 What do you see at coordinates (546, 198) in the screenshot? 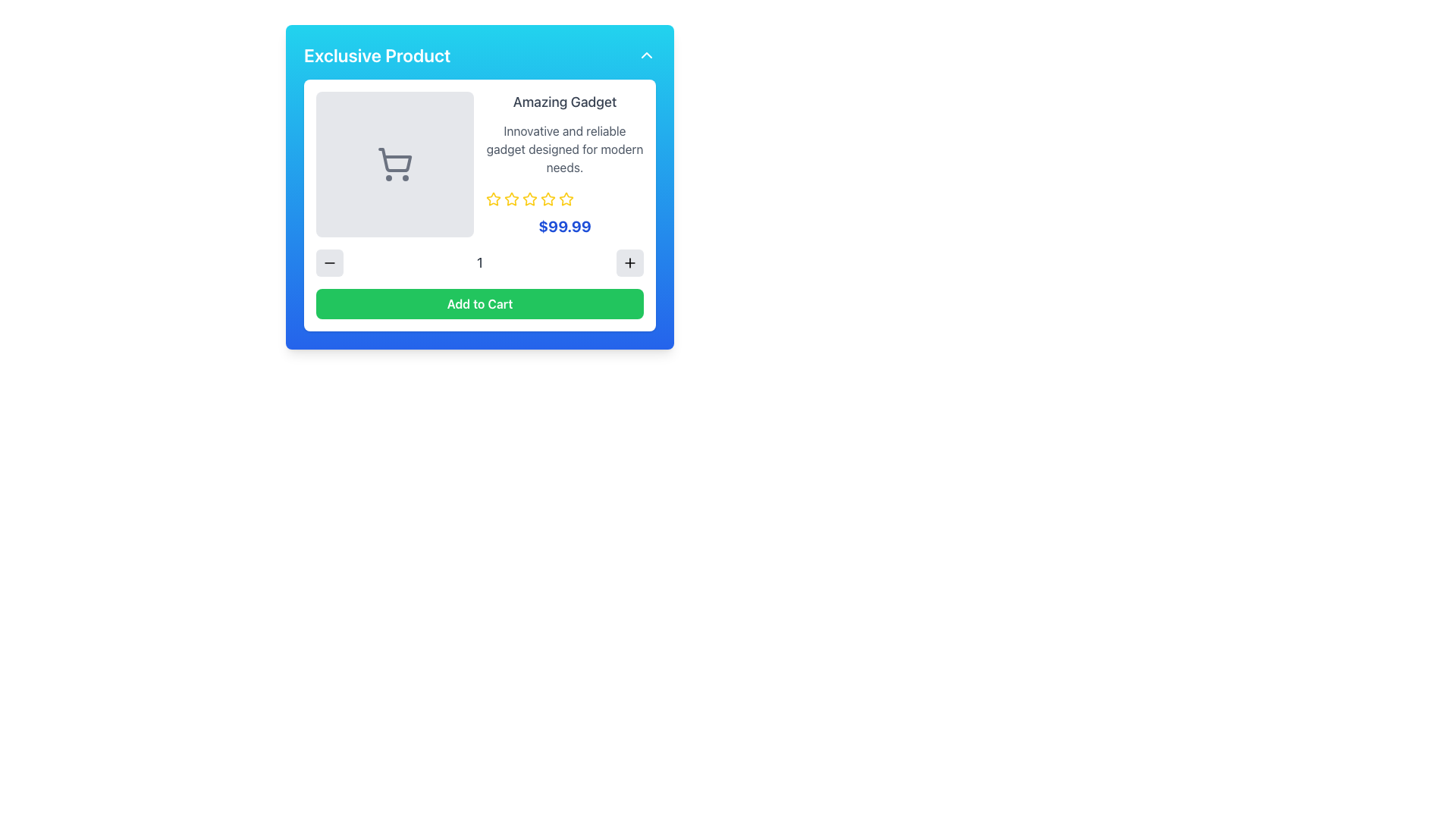
I see `the third star icon` at bounding box center [546, 198].